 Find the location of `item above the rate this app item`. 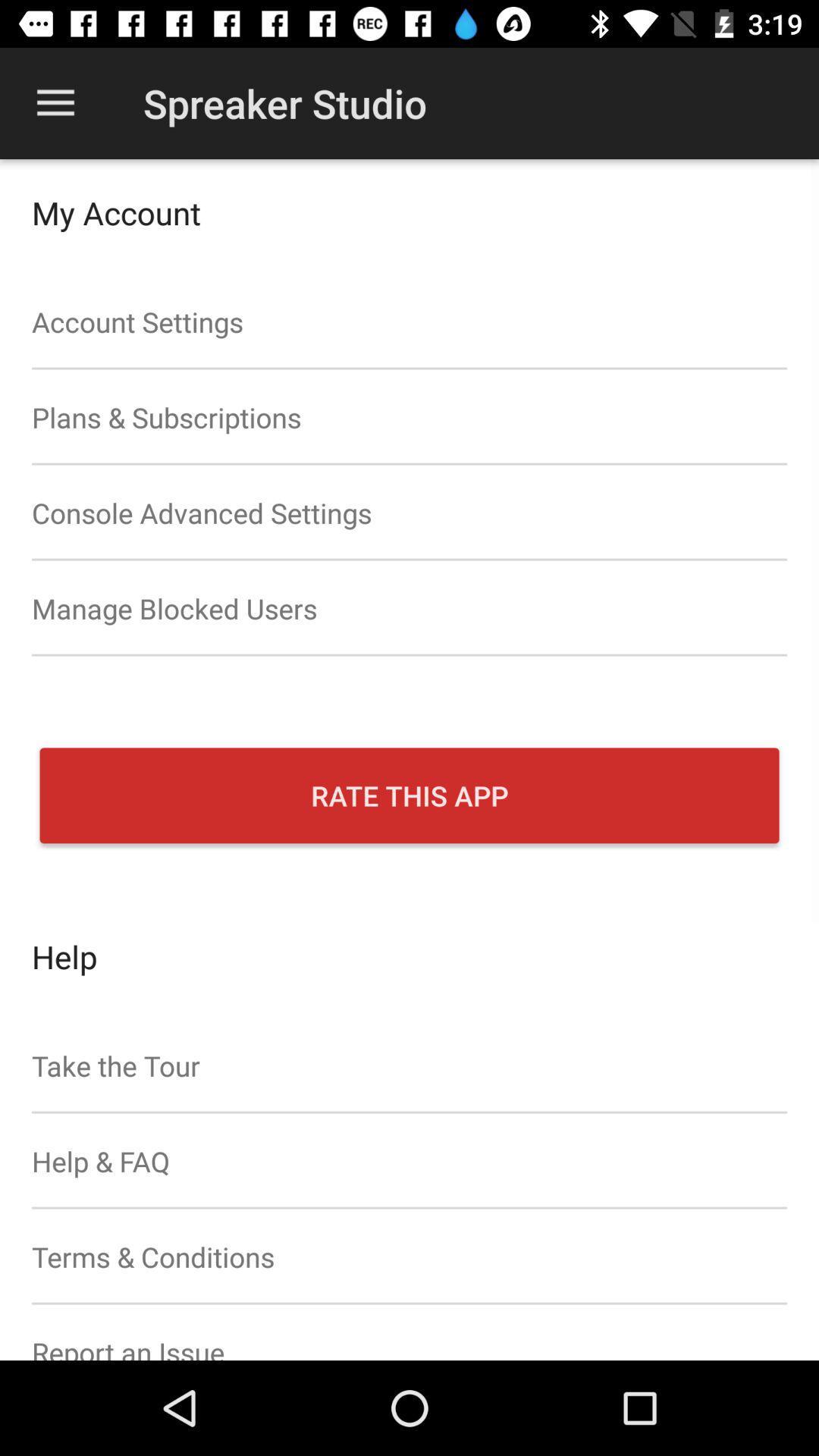

item above the rate this app item is located at coordinates (409, 608).